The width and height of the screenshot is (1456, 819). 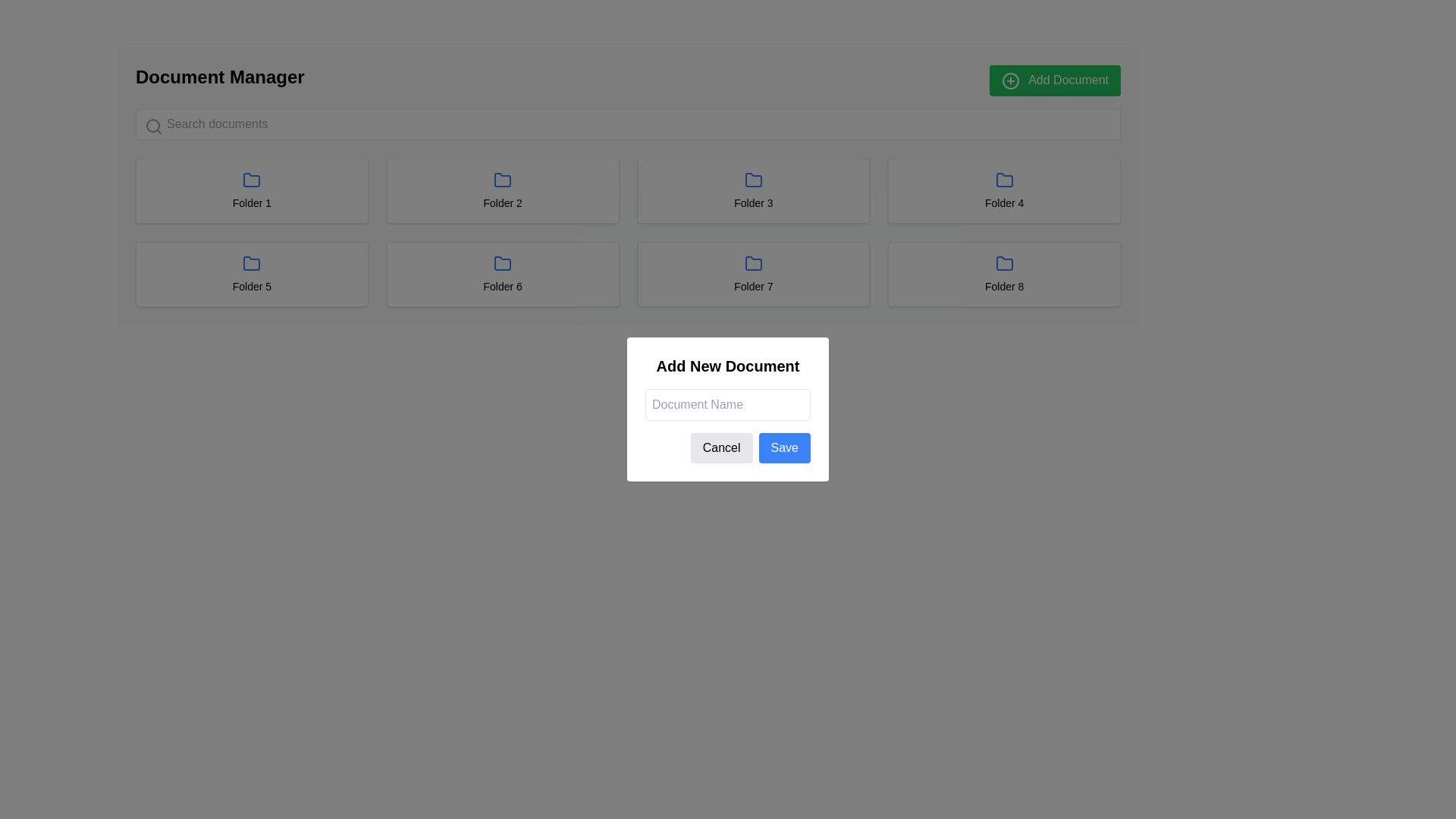 What do you see at coordinates (753, 286) in the screenshot?
I see `the text label that represents the title of the seventh folder in the grid, located beneath the blue folder icon` at bounding box center [753, 286].